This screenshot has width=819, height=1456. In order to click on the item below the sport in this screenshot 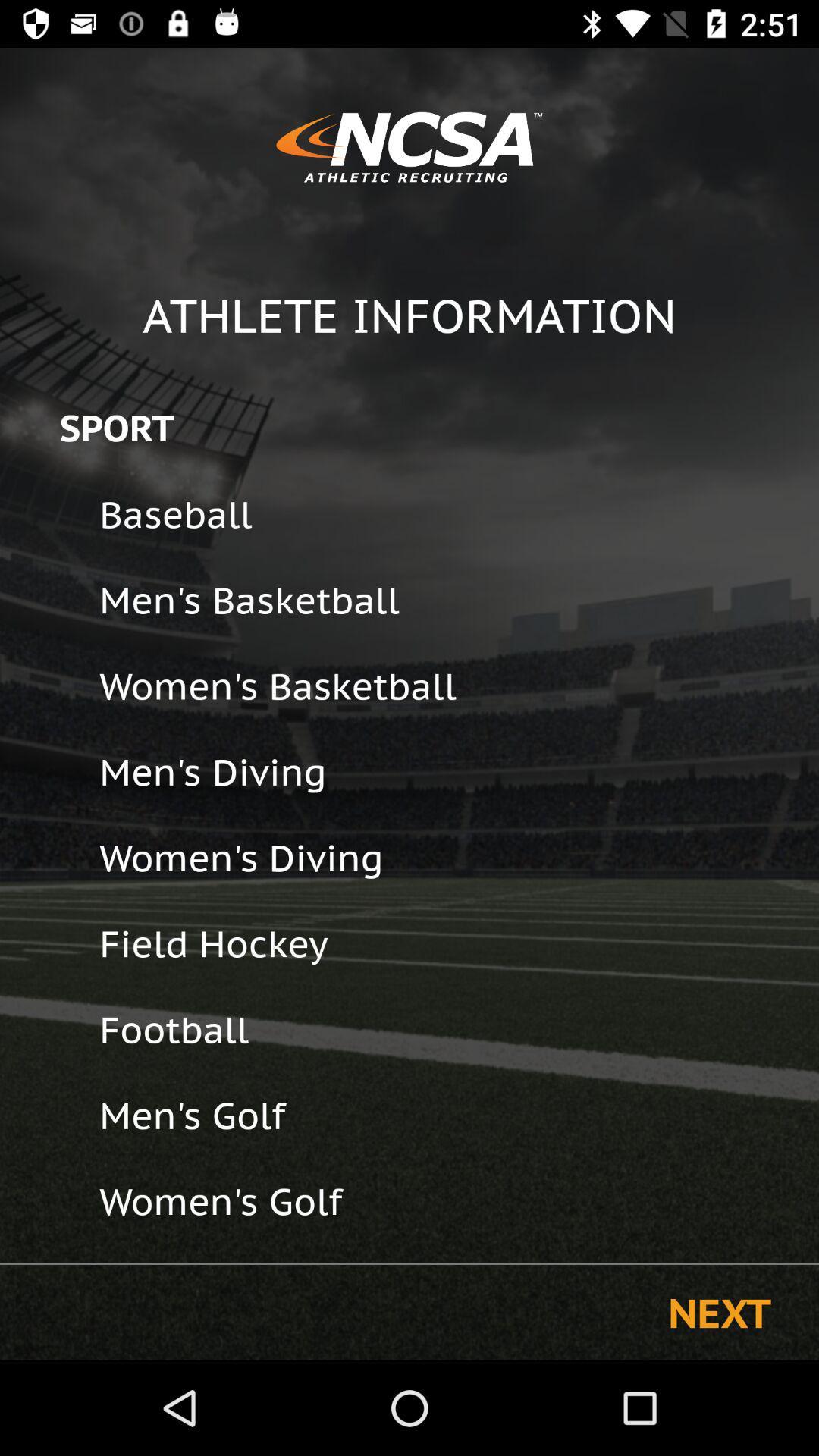, I will do `click(448, 514)`.